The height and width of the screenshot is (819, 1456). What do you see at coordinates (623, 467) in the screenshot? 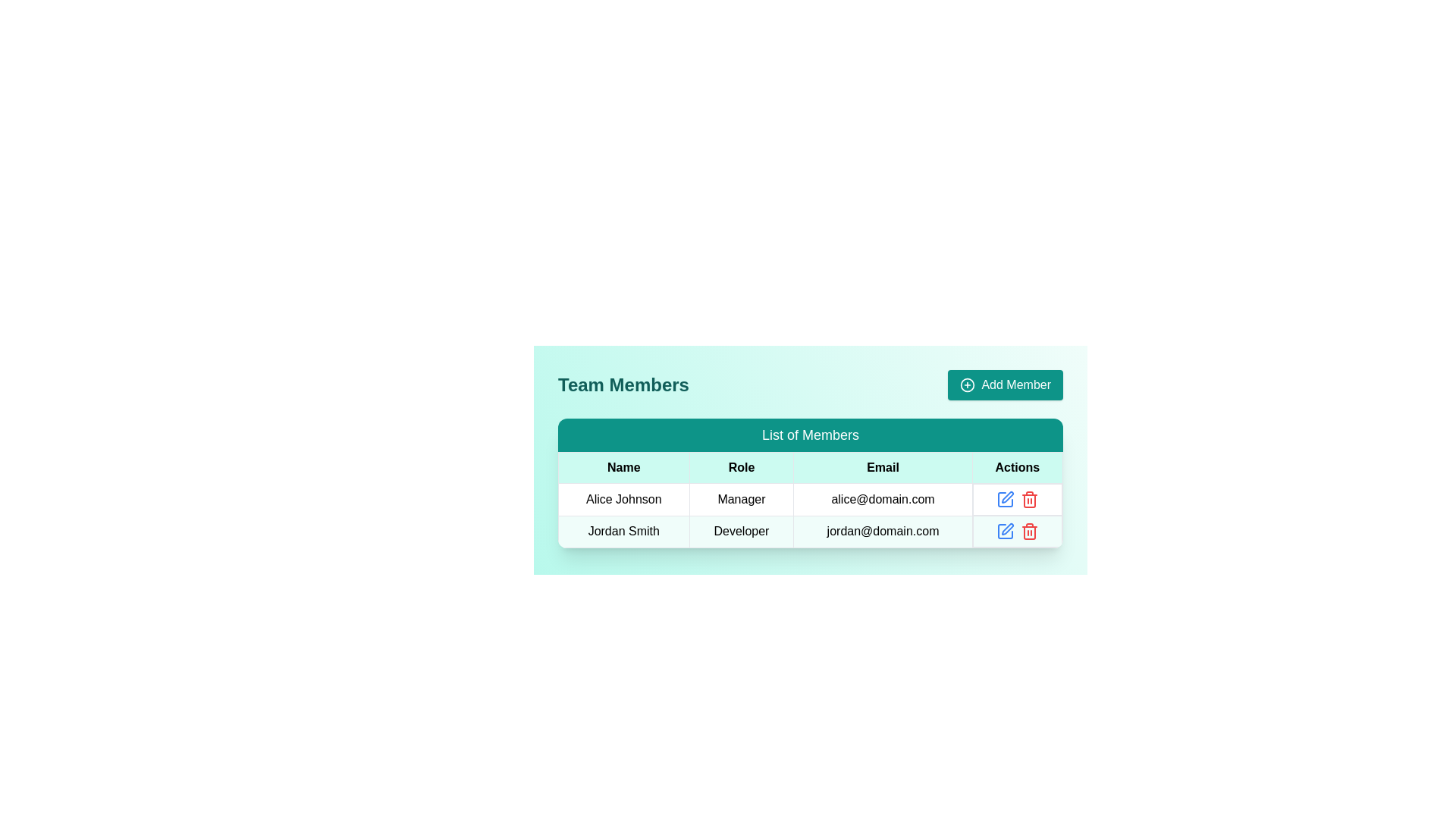
I see `the Header Label element labeled 'Name', which is a rectangular button-like UI component with a light teal background and bold black font, located at the top-left corner of a table-like component` at bounding box center [623, 467].